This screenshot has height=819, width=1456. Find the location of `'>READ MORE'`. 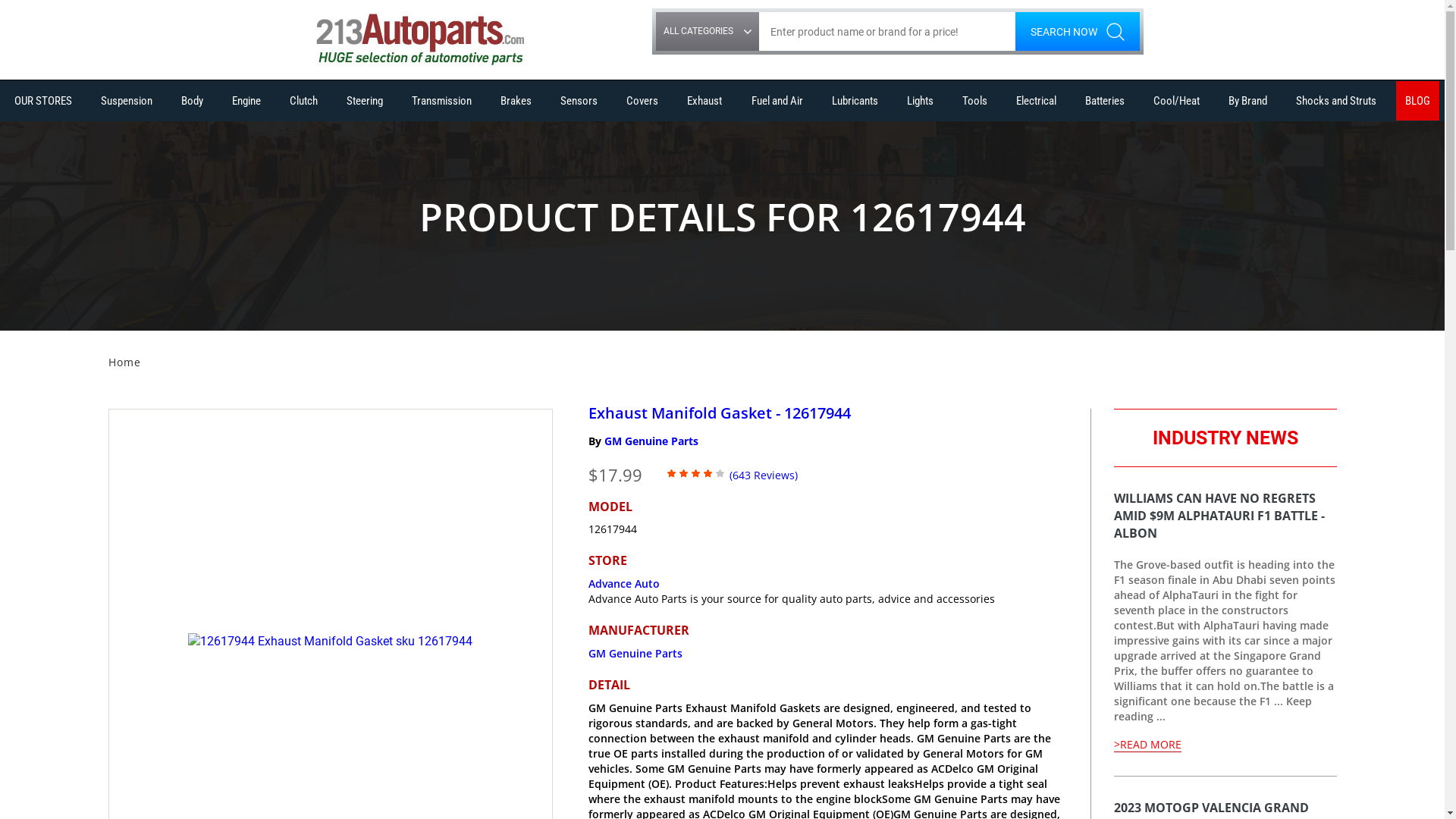

'>READ MORE' is located at coordinates (1147, 744).